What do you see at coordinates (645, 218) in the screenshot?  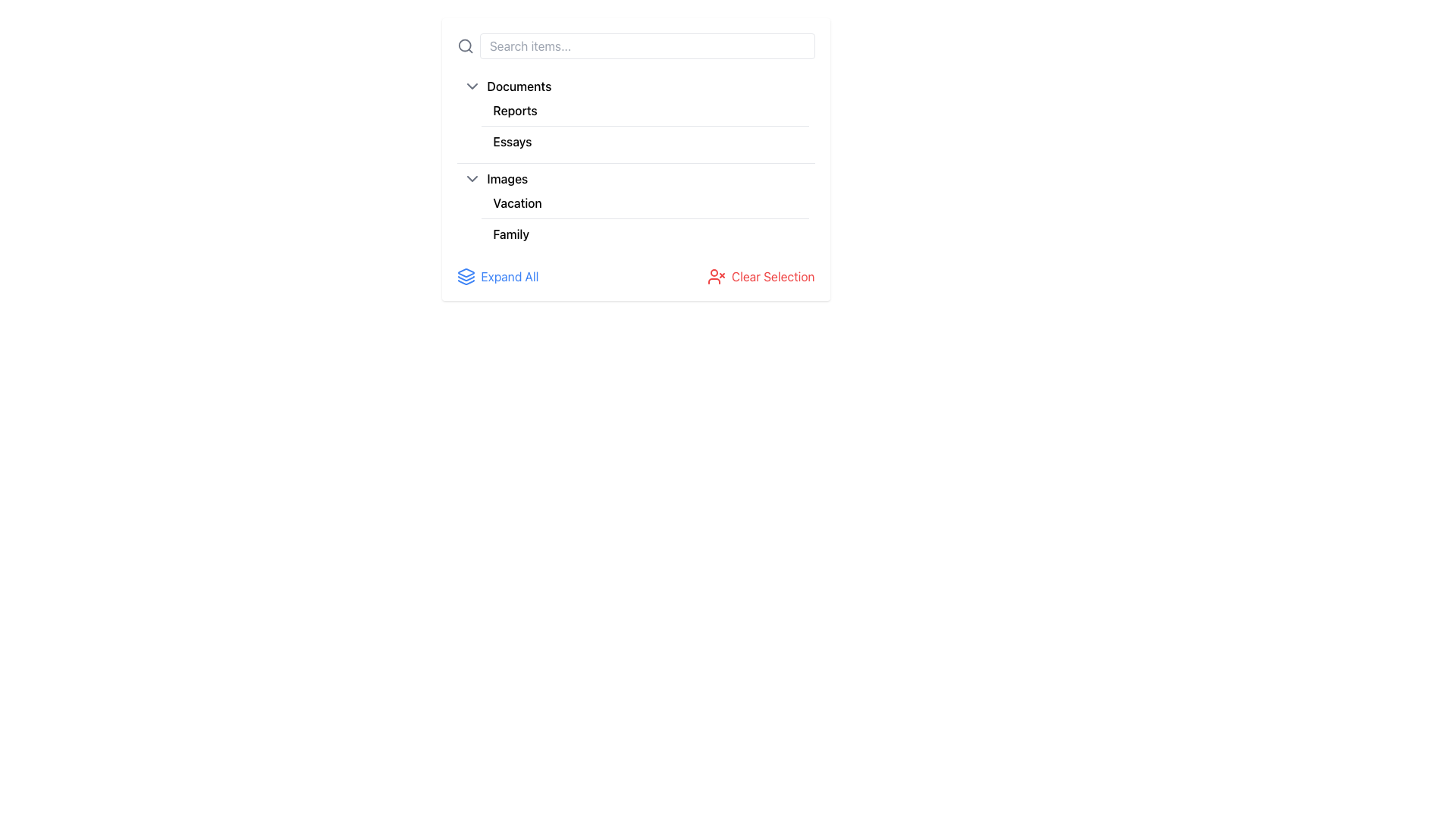 I see `the 'Vacation' and 'Family' list item pair within the 'Images' category` at bounding box center [645, 218].